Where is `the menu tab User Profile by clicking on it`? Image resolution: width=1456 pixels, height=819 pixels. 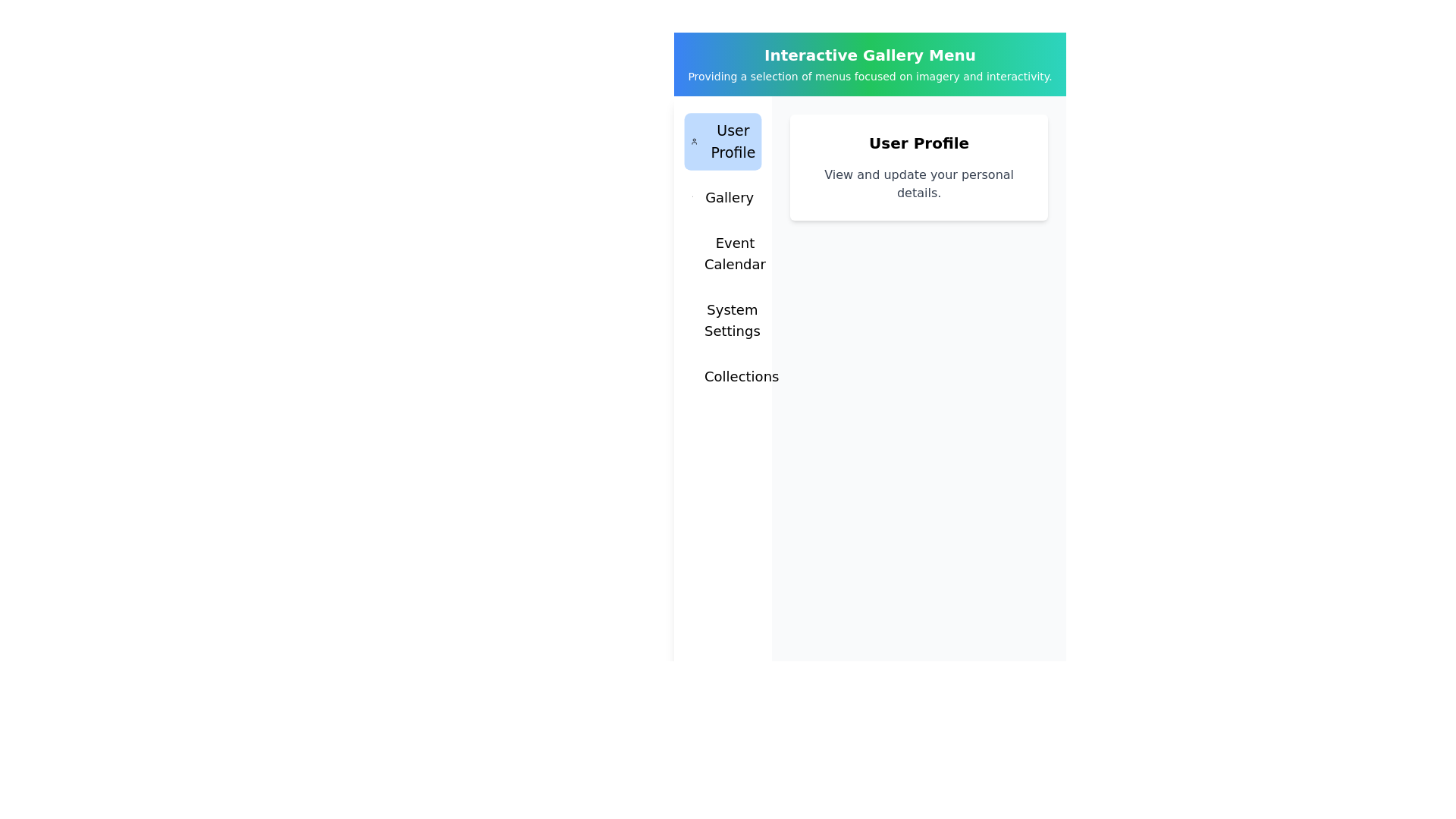 the menu tab User Profile by clicking on it is located at coordinates (722, 141).